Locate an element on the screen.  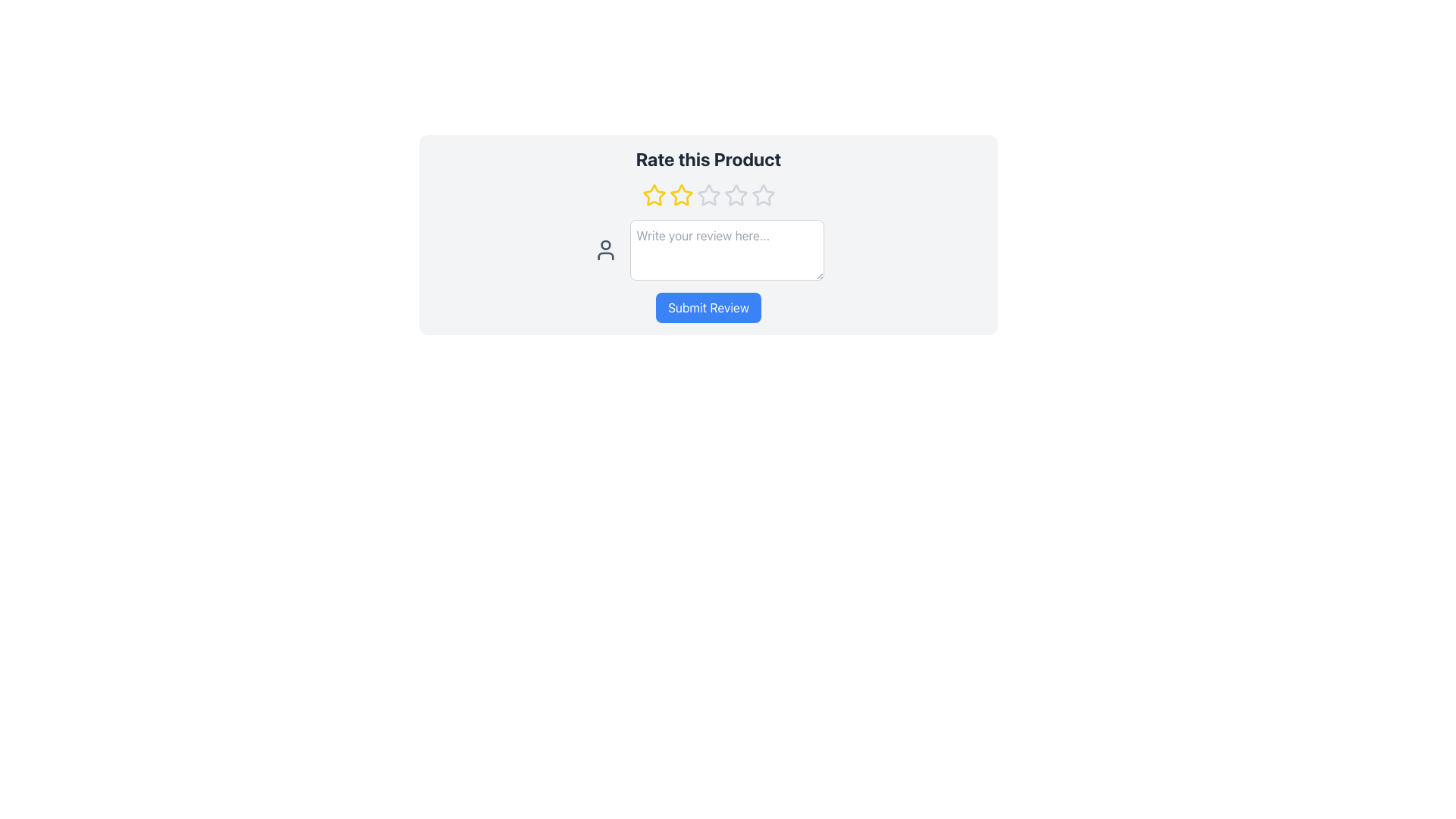
the fourth rating star in the horizontal line of five stars is located at coordinates (763, 194).